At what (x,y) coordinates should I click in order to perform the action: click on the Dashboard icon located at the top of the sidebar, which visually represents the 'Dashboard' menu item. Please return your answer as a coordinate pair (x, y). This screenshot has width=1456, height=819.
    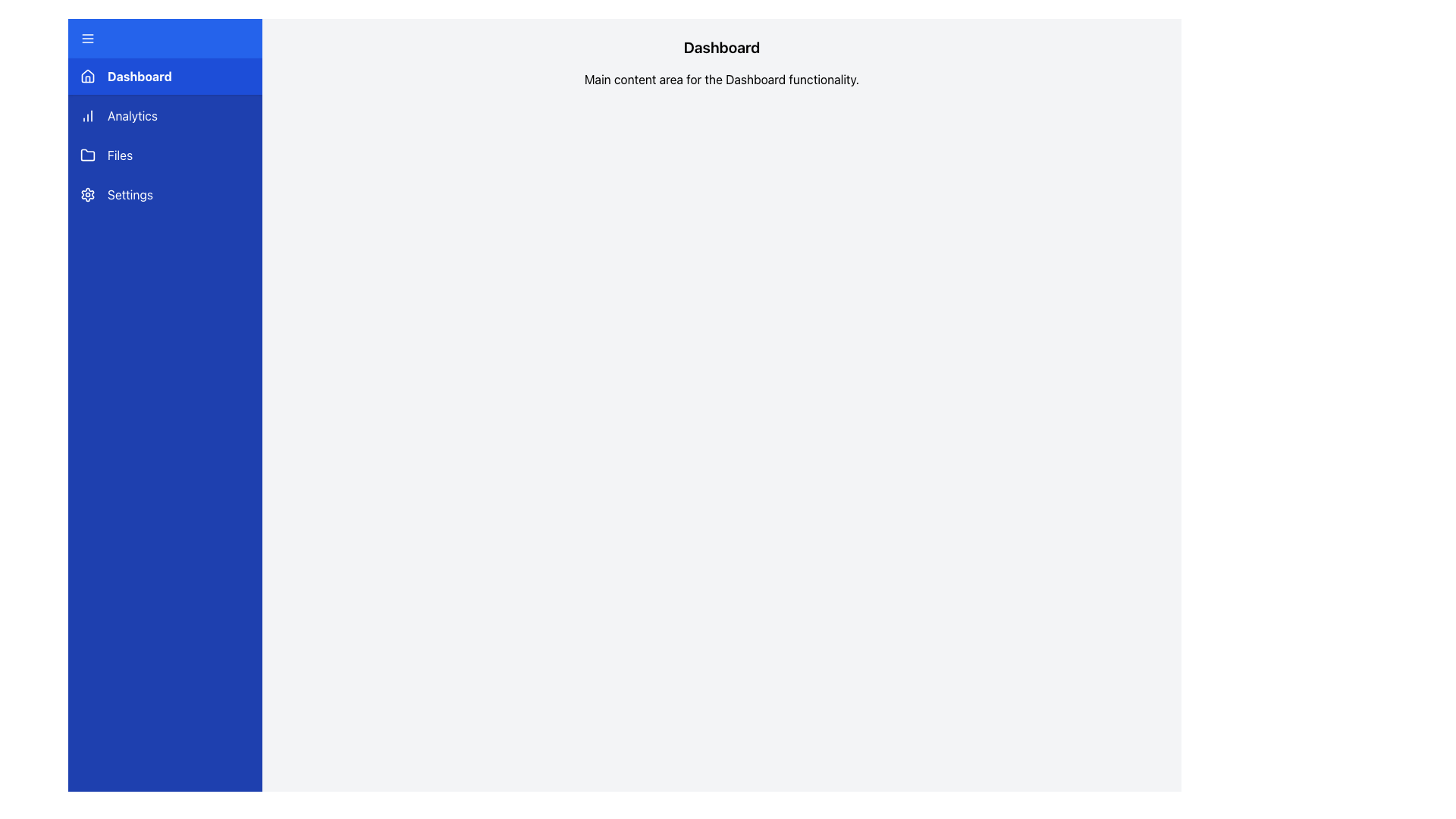
    Looking at the image, I should click on (86, 76).